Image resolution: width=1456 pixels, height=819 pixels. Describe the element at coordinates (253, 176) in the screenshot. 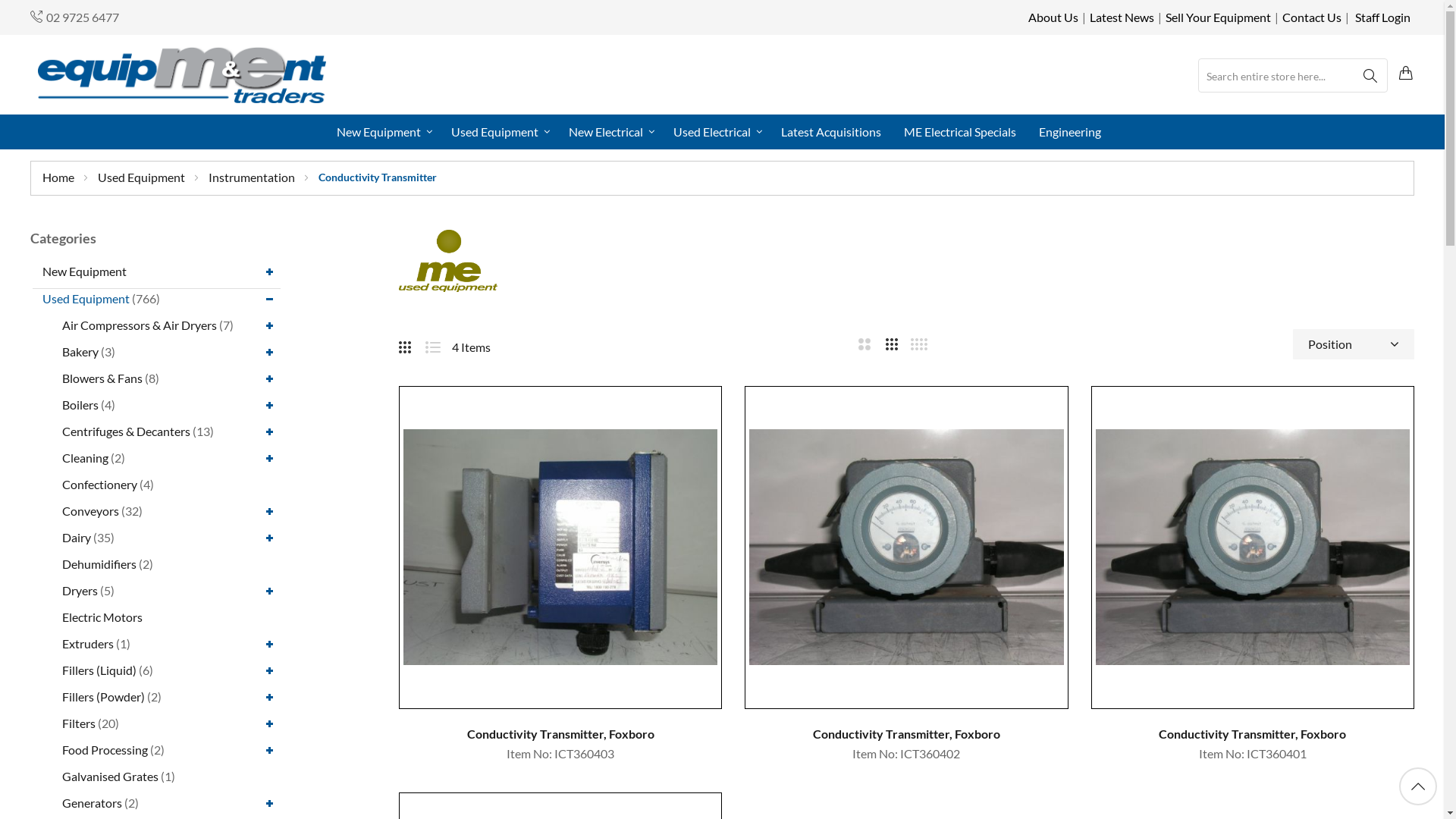

I see `'Instrumentation'` at that location.